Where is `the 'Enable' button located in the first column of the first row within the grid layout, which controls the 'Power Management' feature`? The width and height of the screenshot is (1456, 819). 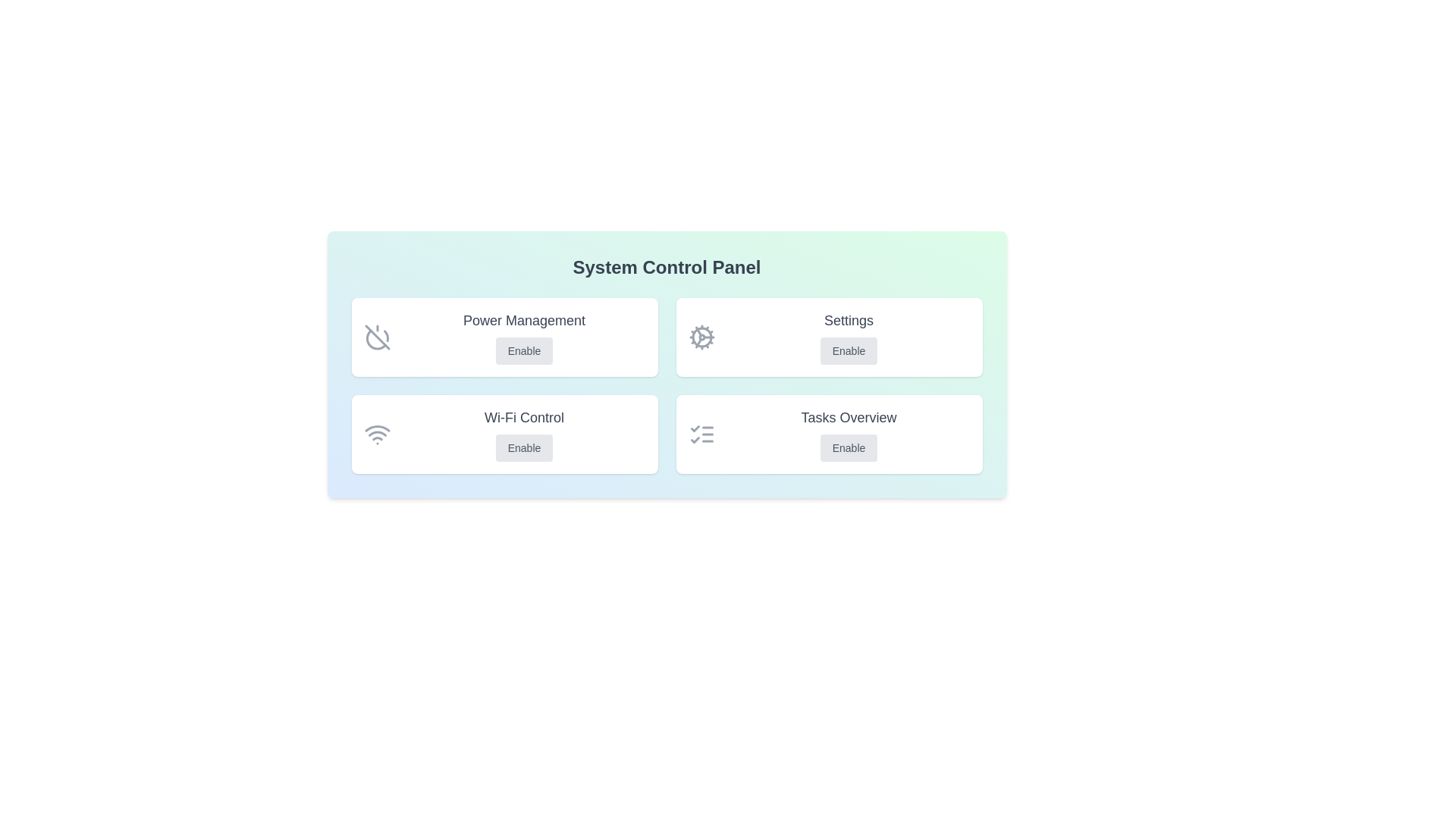 the 'Enable' button located in the first column of the first row within the grid layout, which controls the 'Power Management' feature is located at coordinates (504, 336).